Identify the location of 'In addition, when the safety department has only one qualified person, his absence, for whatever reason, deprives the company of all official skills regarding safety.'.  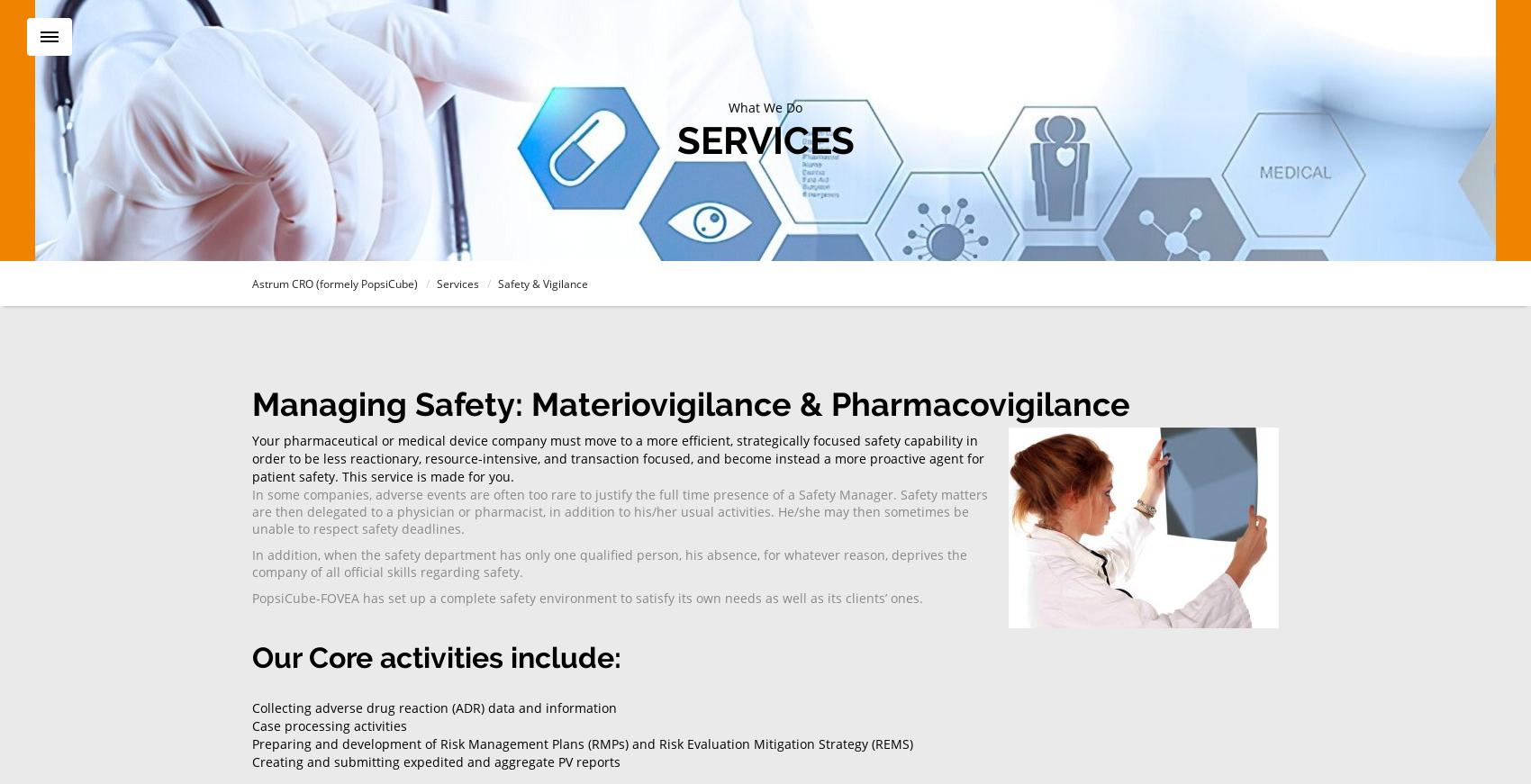
(609, 562).